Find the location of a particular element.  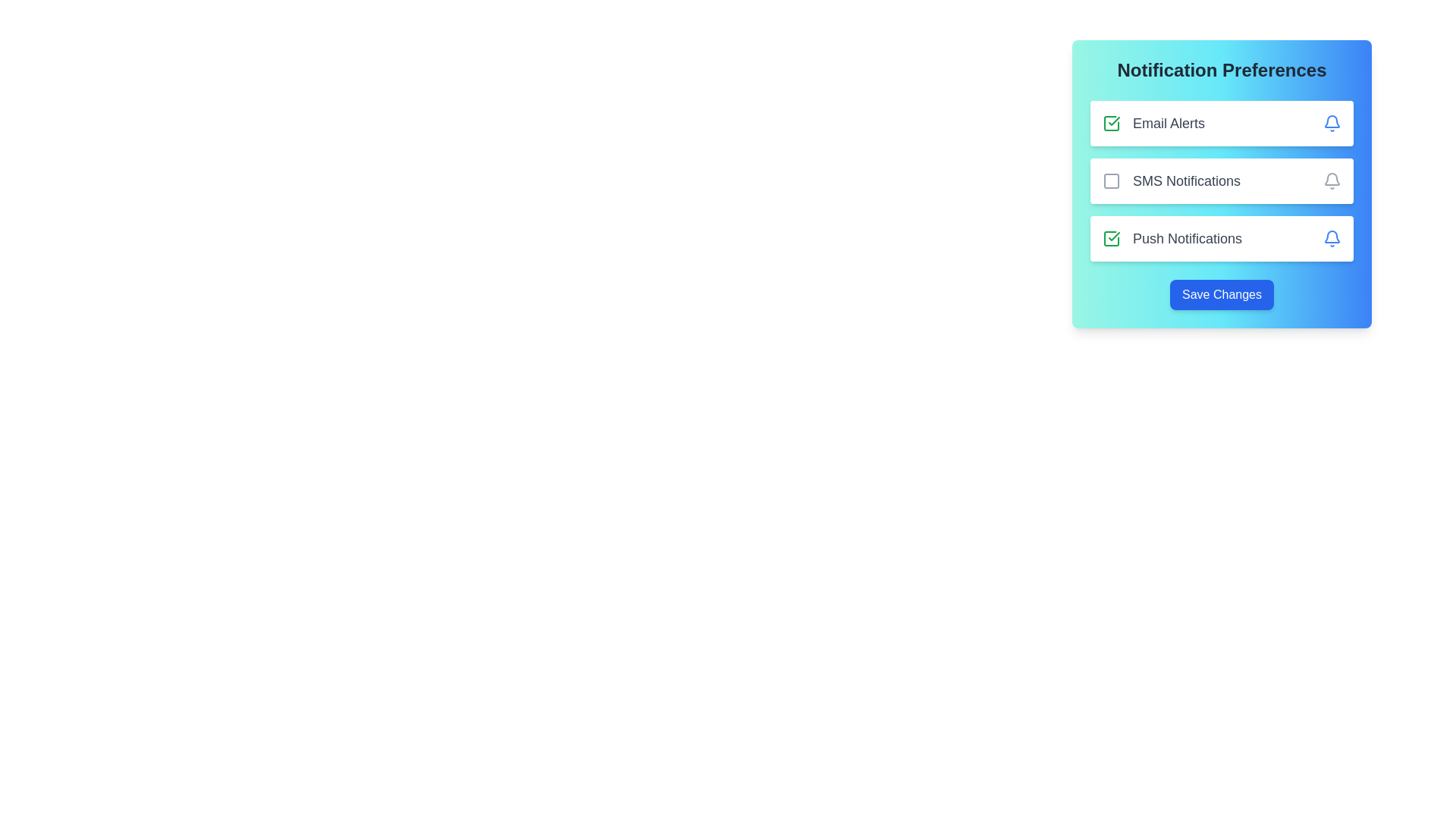

the checkbox of the 'SMS Notifications' toggleable notification preference item is located at coordinates (1222, 180).